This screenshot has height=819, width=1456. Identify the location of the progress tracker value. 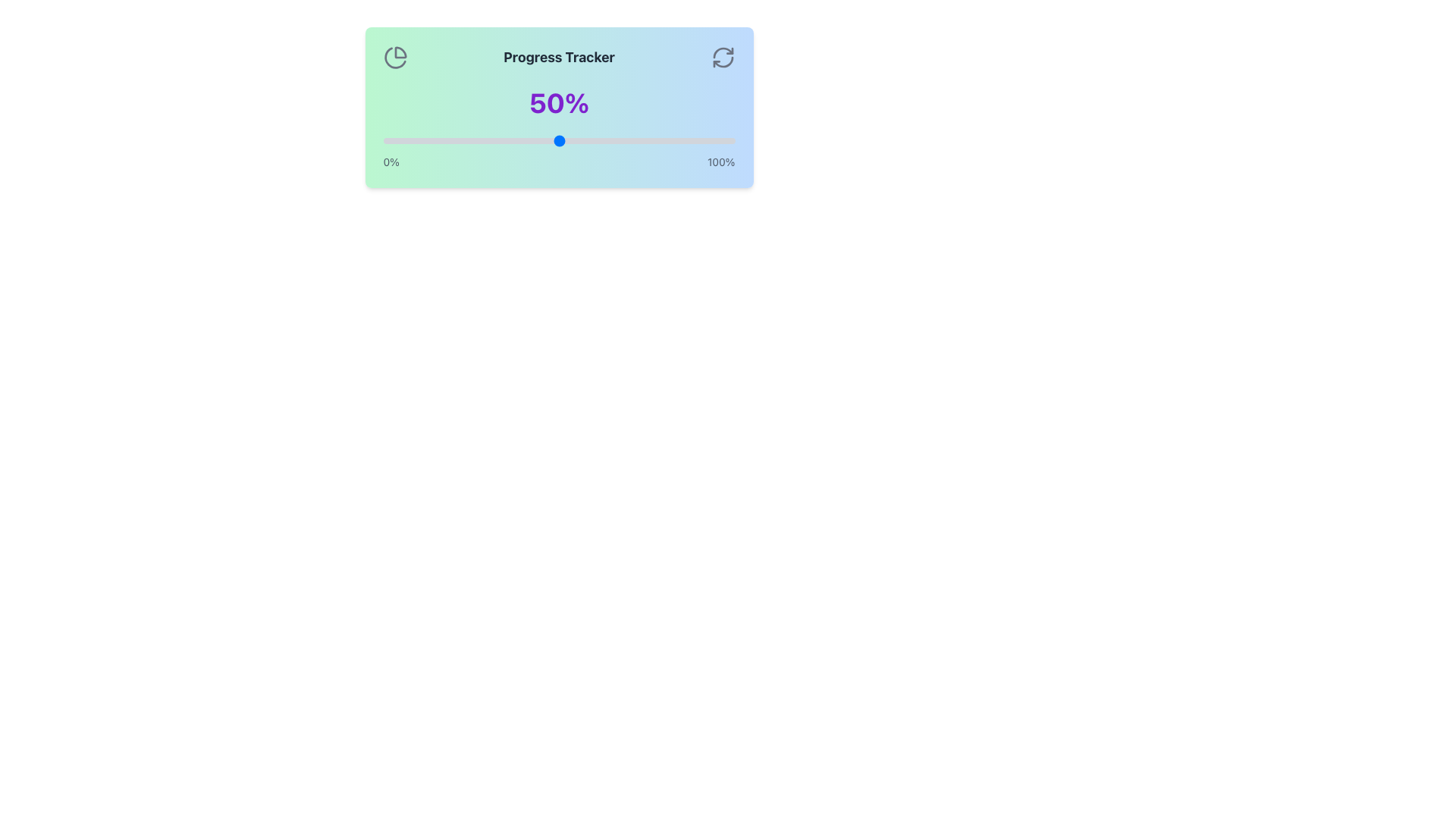
(713, 140).